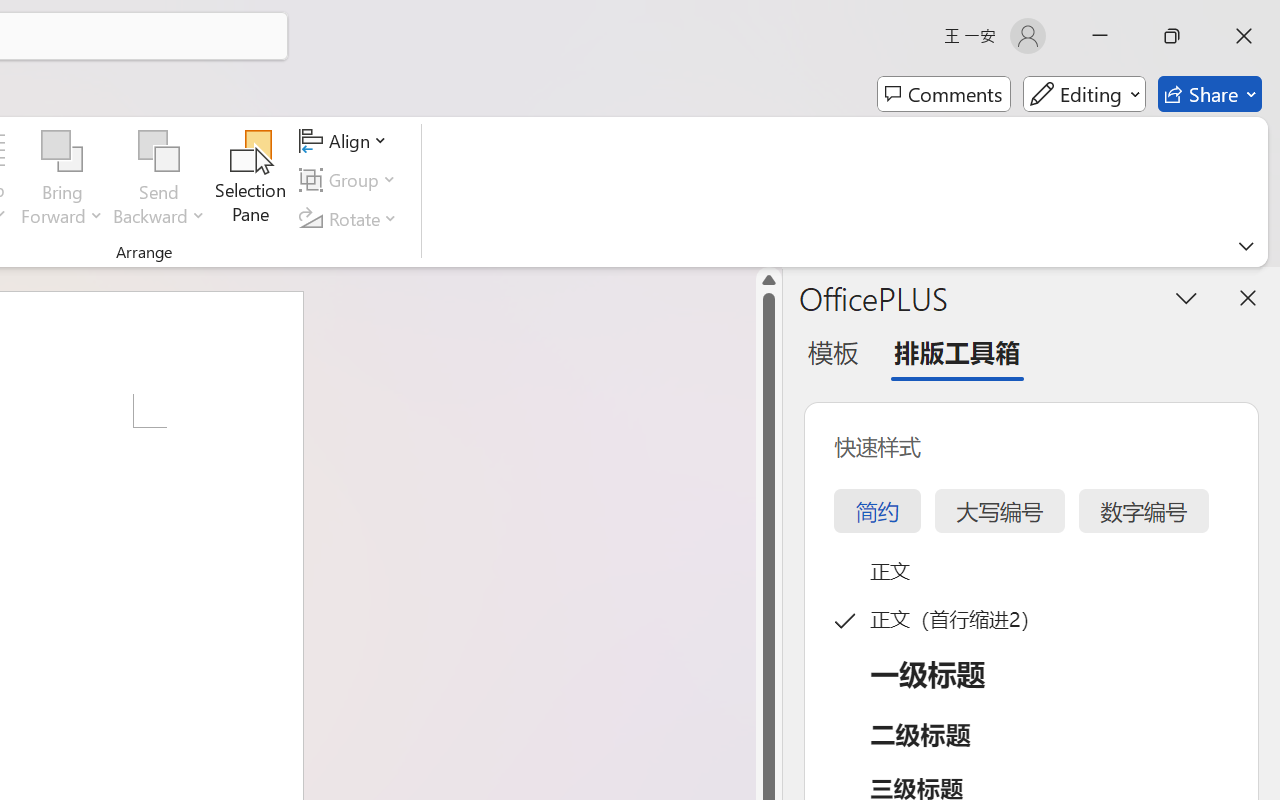 The width and height of the screenshot is (1280, 800). What do you see at coordinates (250, 179) in the screenshot?
I see `'Selection Pane...'` at bounding box center [250, 179].